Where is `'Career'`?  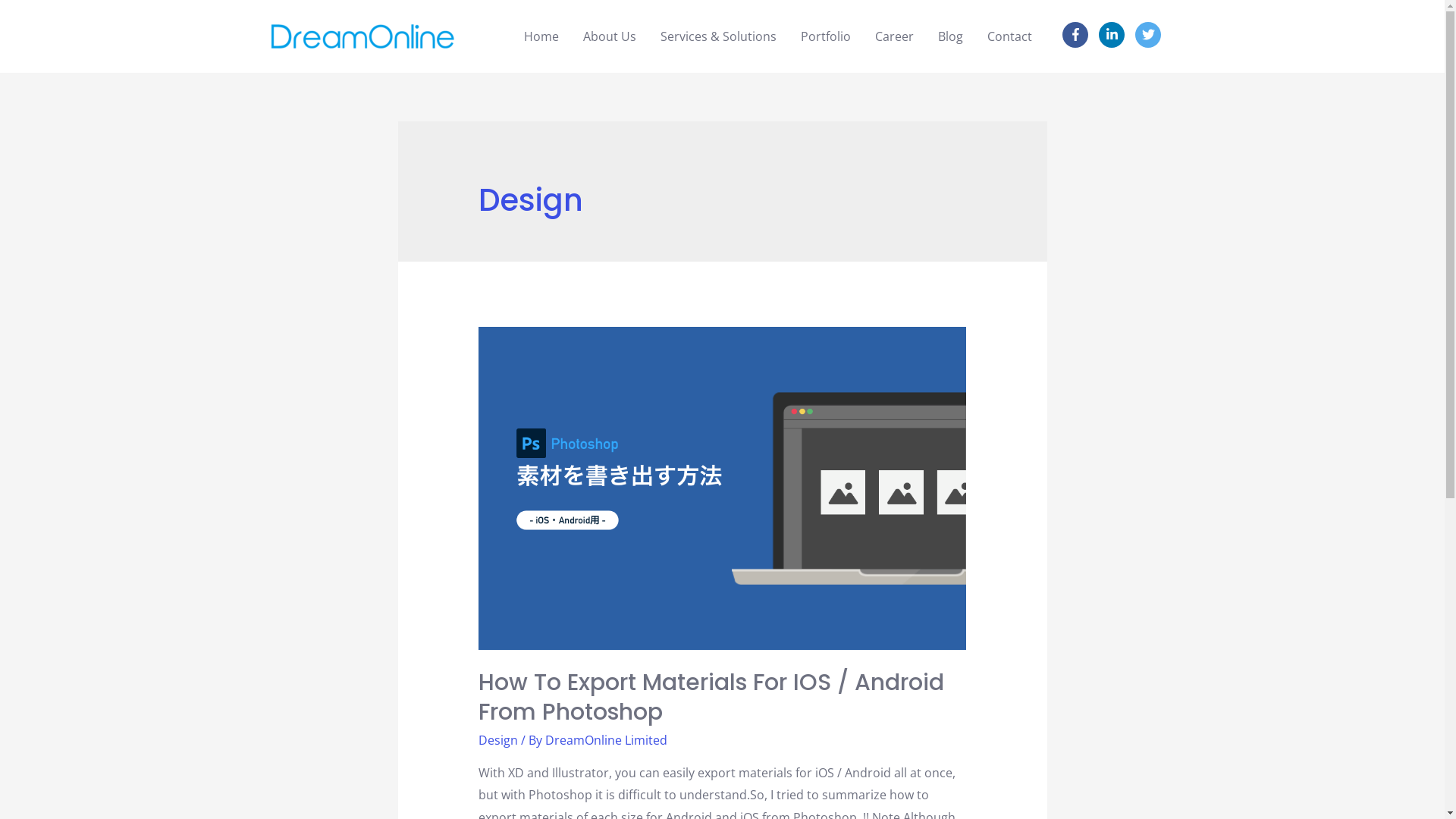 'Career' is located at coordinates (862, 35).